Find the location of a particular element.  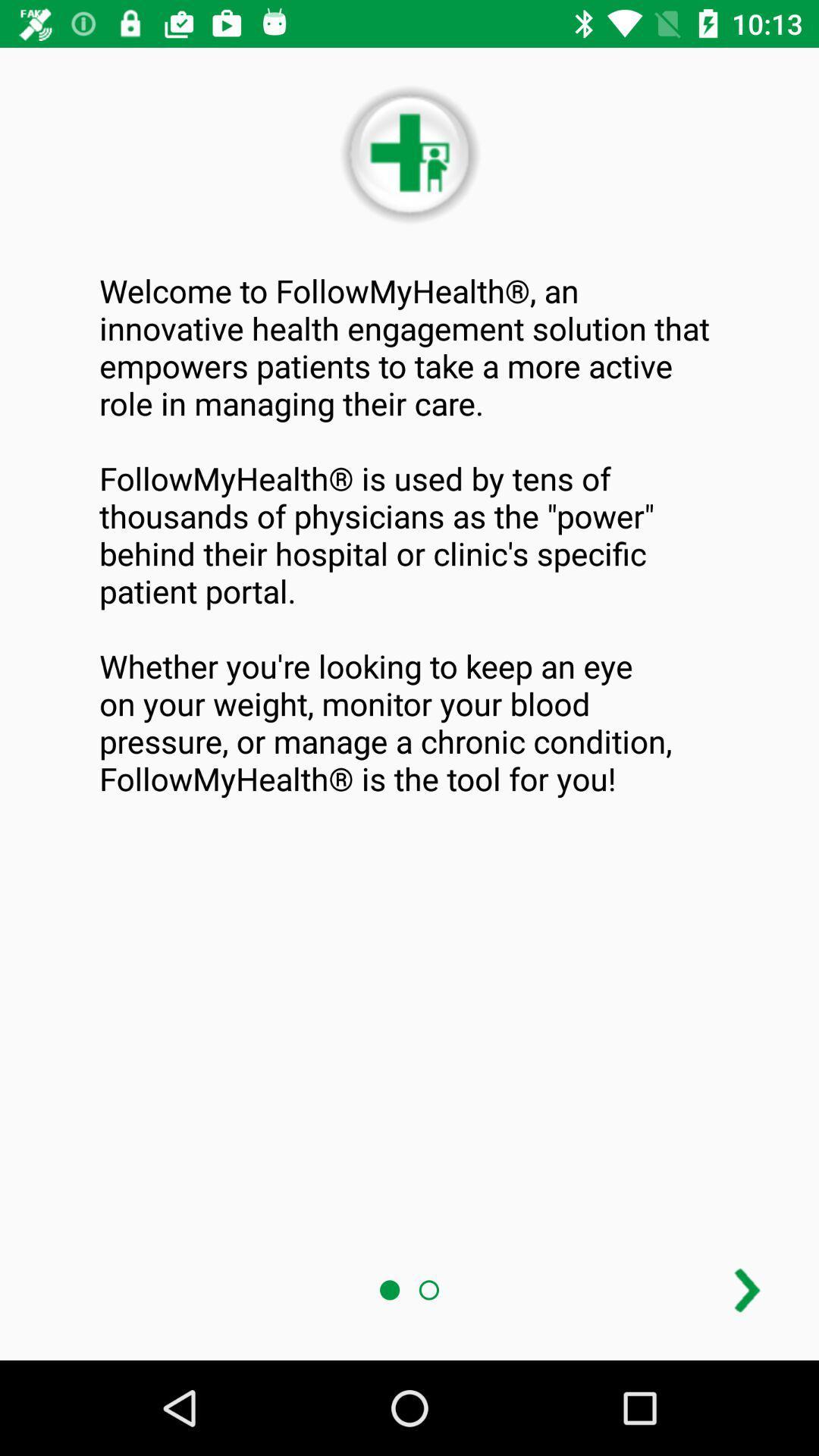

the item at the bottom right corner is located at coordinates (746, 1289).